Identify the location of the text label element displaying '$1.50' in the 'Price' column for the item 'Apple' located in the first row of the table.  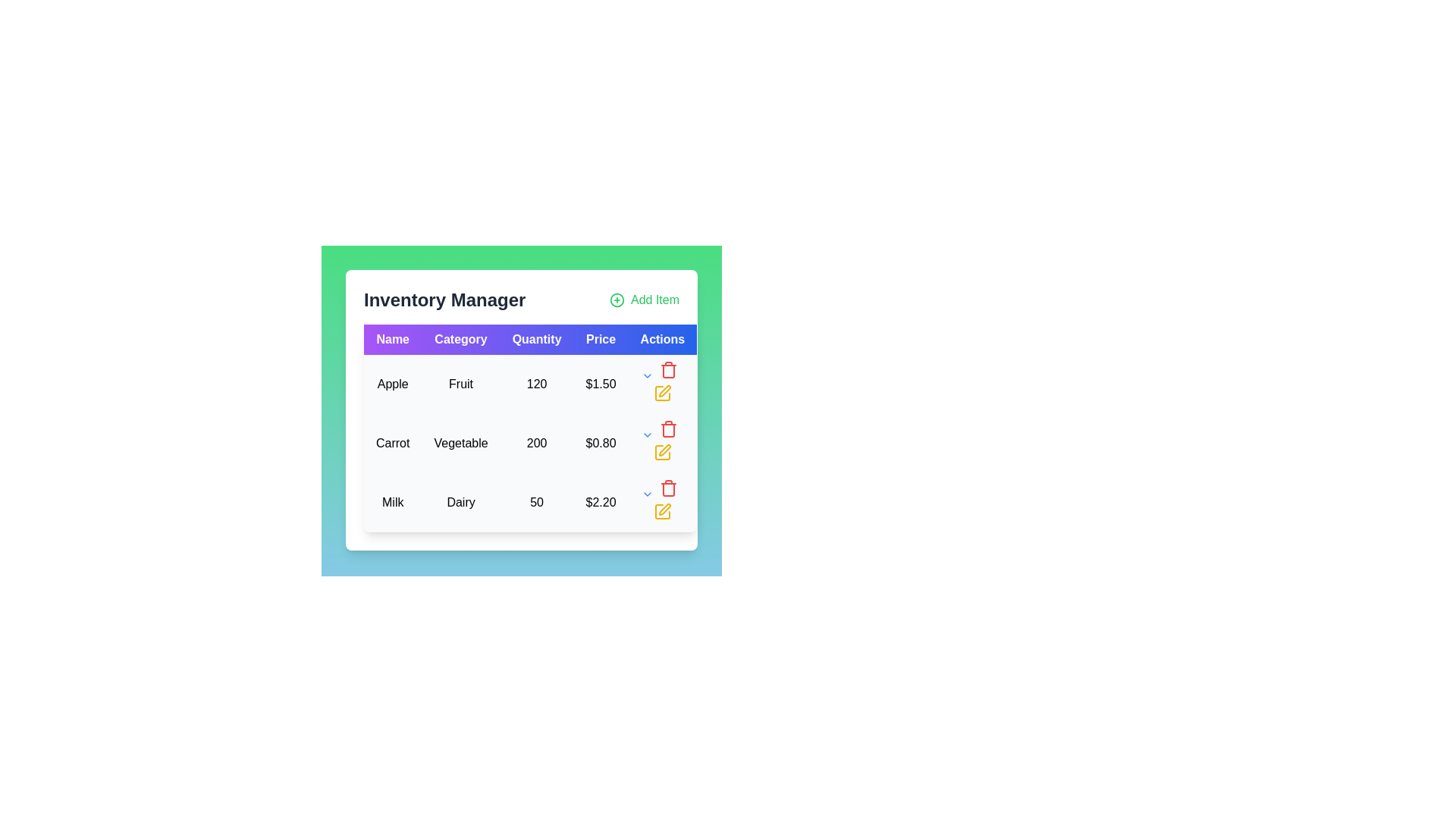
(600, 383).